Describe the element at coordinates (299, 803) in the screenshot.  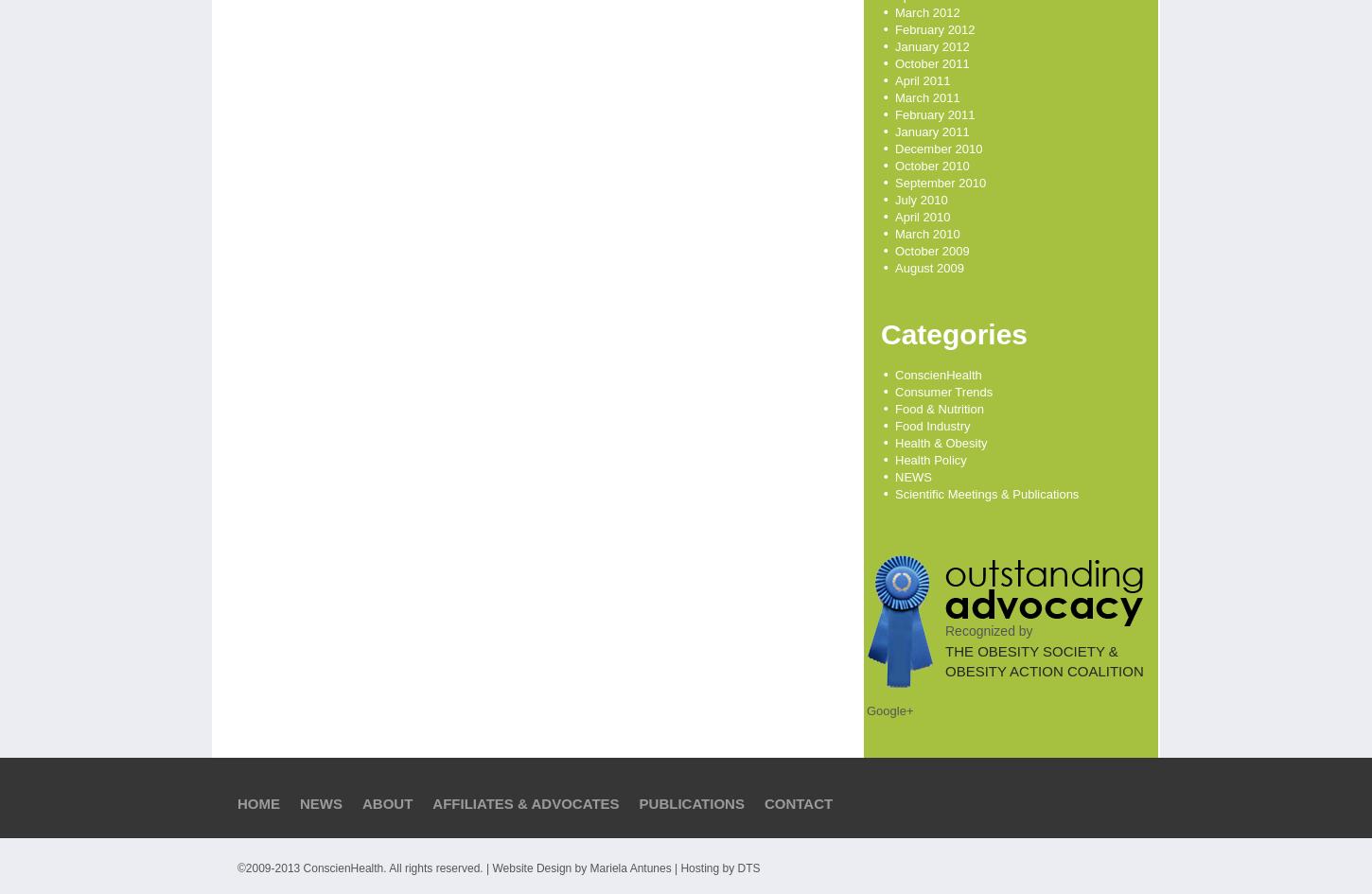
I see `'News'` at that location.